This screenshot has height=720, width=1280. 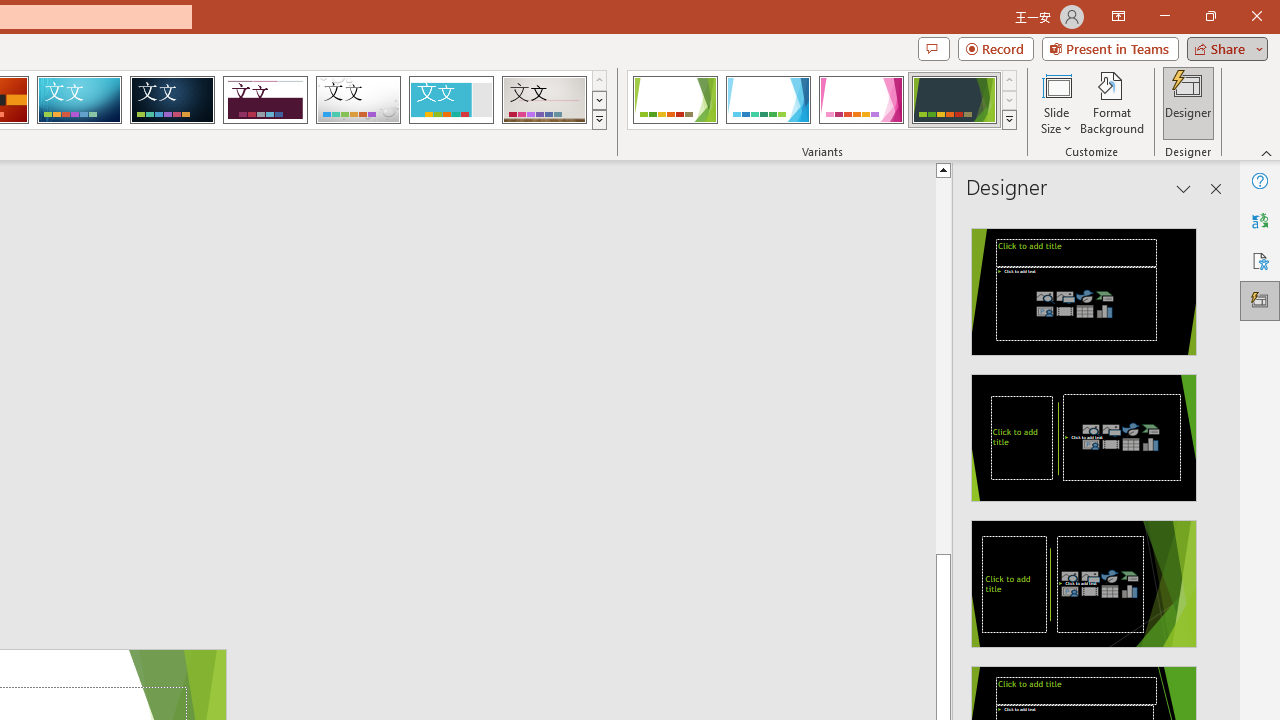 I want to click on 'Facet Variant 2', so click(x=767, y=100).